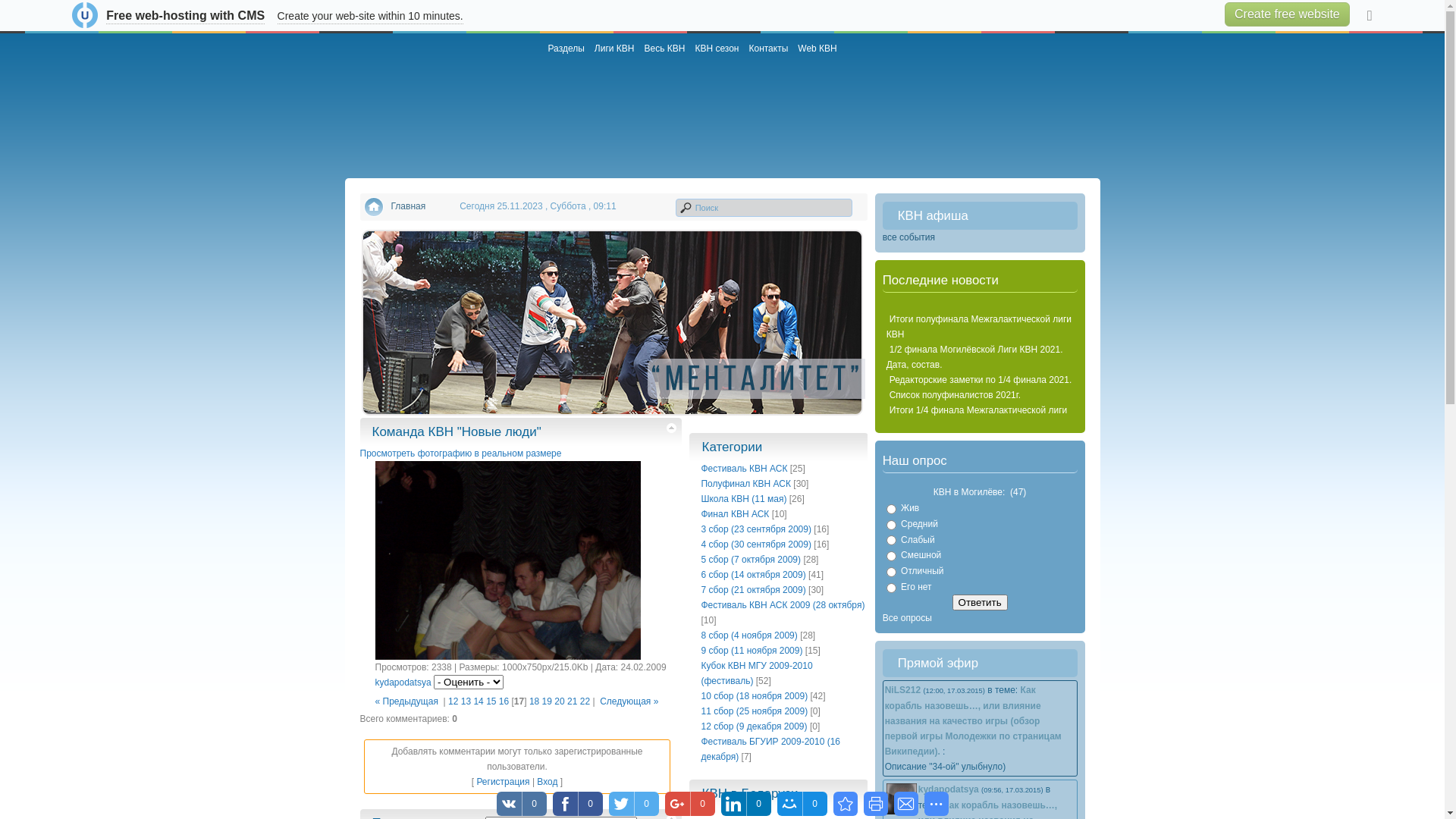 The width and height of the screenshot is (1456, 819). I want to click on '12', so click(452, 701).